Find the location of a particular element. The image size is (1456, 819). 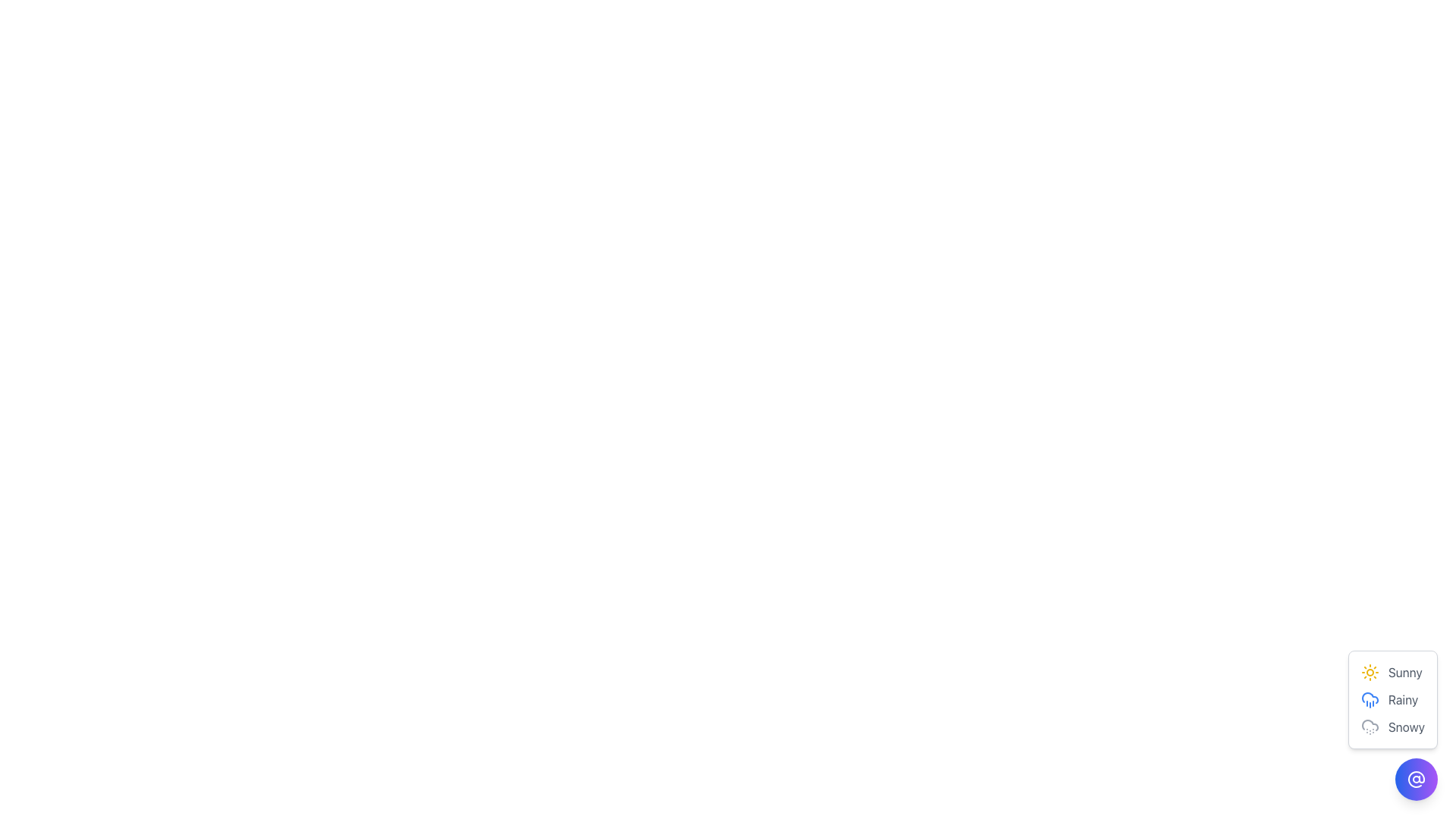

the circular '@' icon button located at the bottom-right corner of the interface is located at coordinates (1415, 780).